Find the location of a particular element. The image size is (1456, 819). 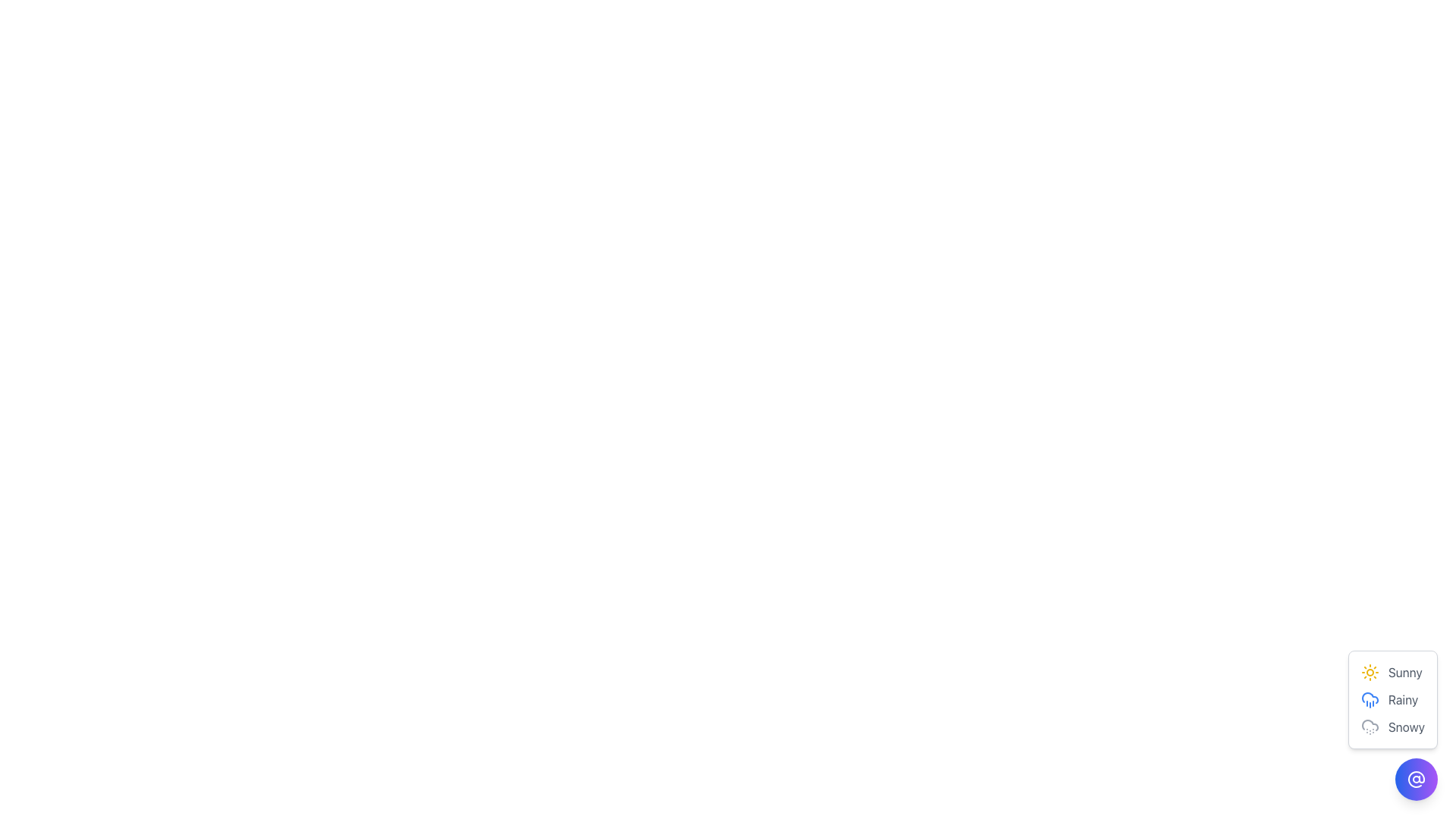

the circular '@' icon button located at the bottom-right corner of the interface is located at coordinates (1415, 780).